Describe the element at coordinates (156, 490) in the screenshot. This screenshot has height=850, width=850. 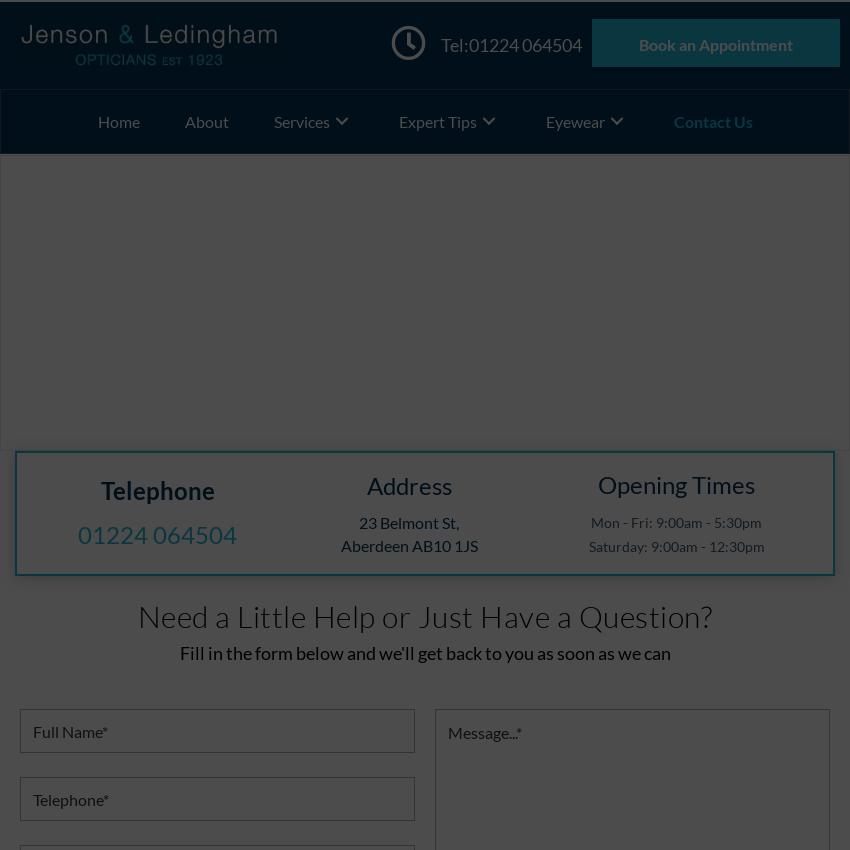
I see `'Telephone'` at that location.